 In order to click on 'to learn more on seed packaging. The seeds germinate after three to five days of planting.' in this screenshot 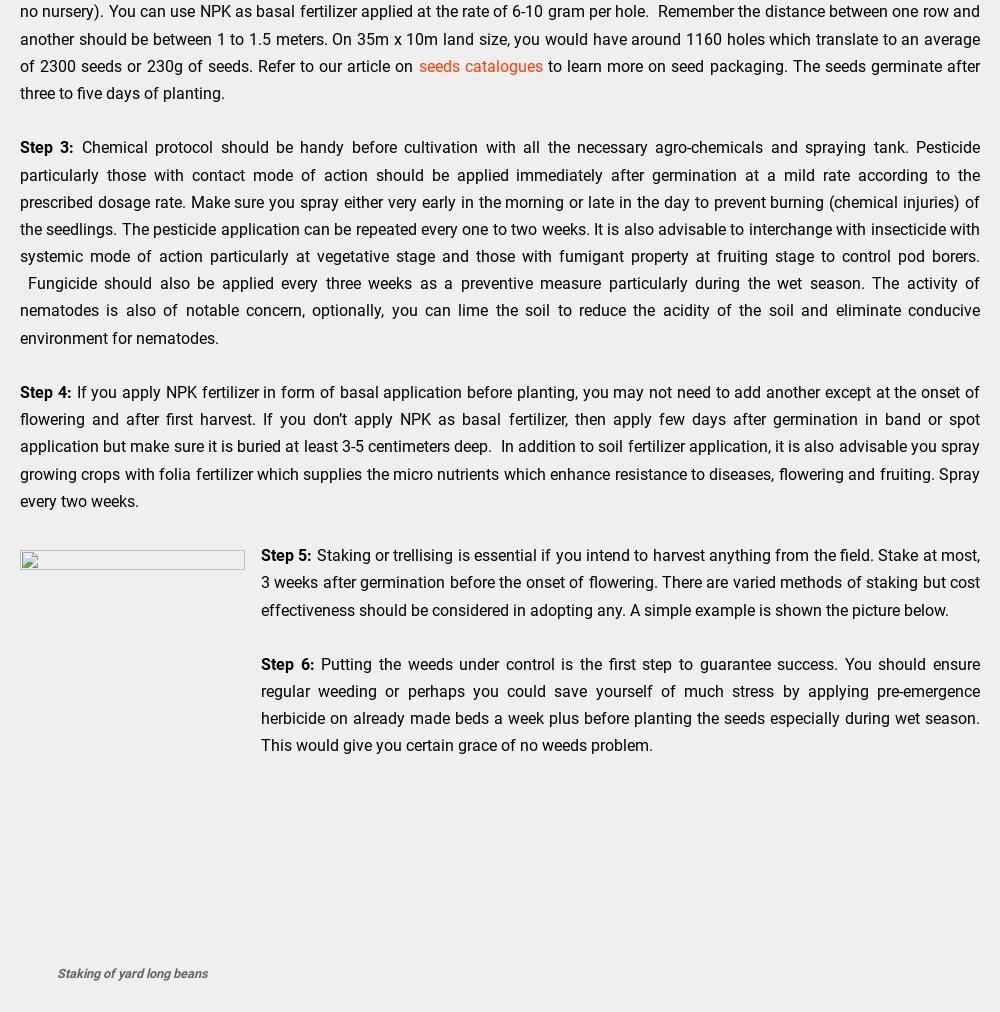, I will do `click(500, 78)`.